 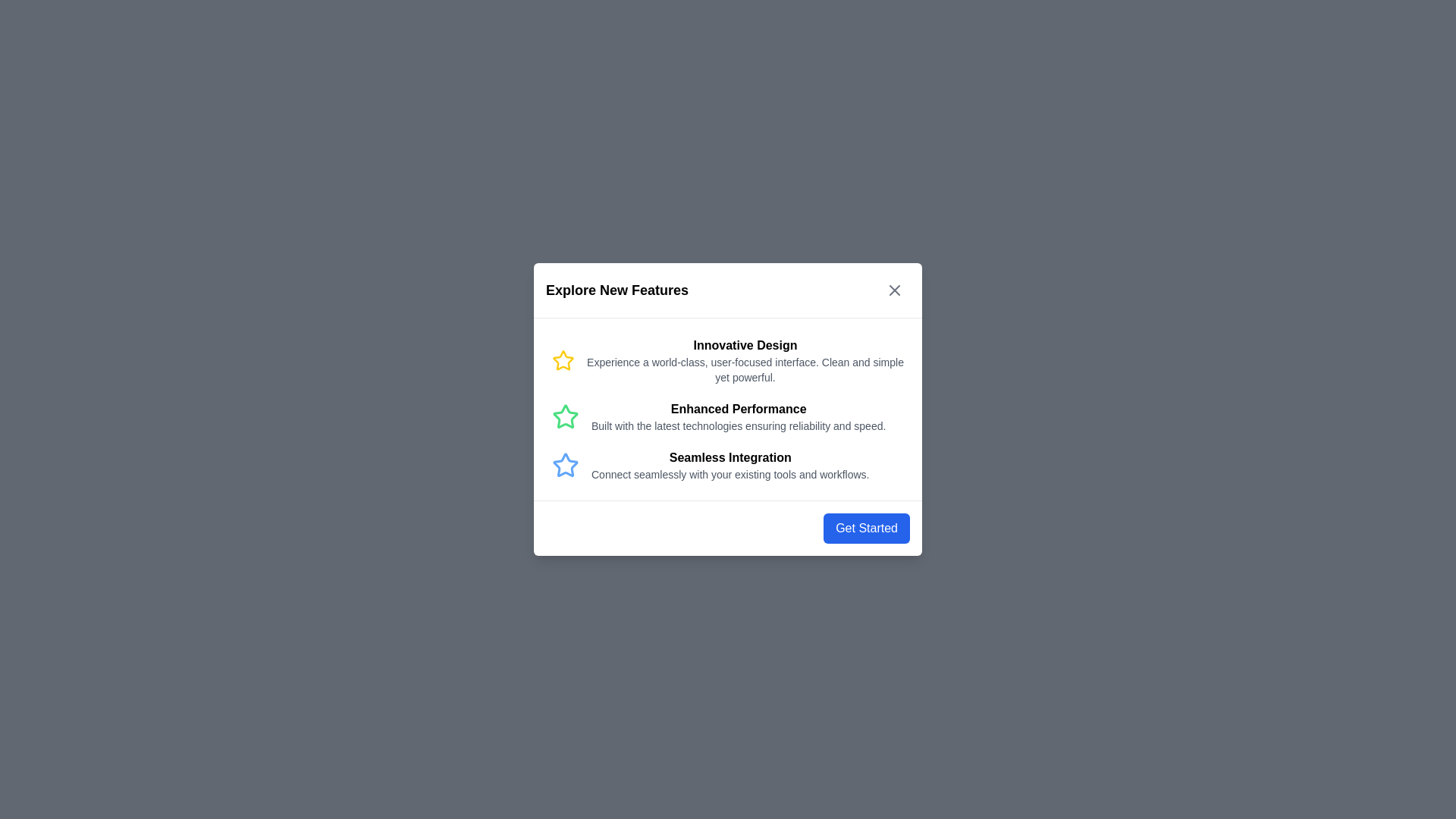 I want to click on the bolded black text label saying 'Enhanced Performance' located in the modal titled 'Explore New Features'. It is the second item in a vertical list, positioned in the top half of the modal, so click(x=739, y=409).